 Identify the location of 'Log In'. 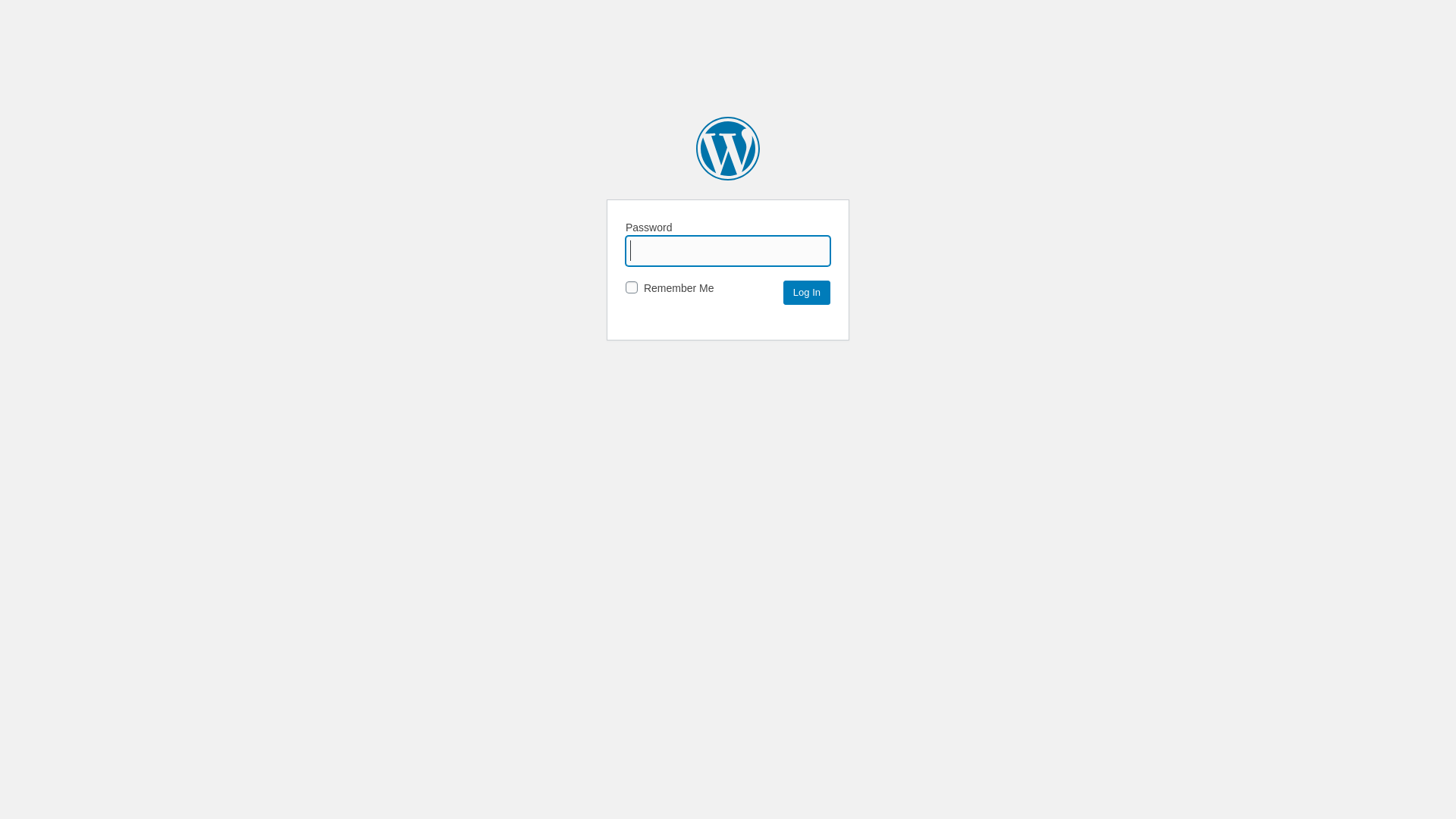
(806, 292).